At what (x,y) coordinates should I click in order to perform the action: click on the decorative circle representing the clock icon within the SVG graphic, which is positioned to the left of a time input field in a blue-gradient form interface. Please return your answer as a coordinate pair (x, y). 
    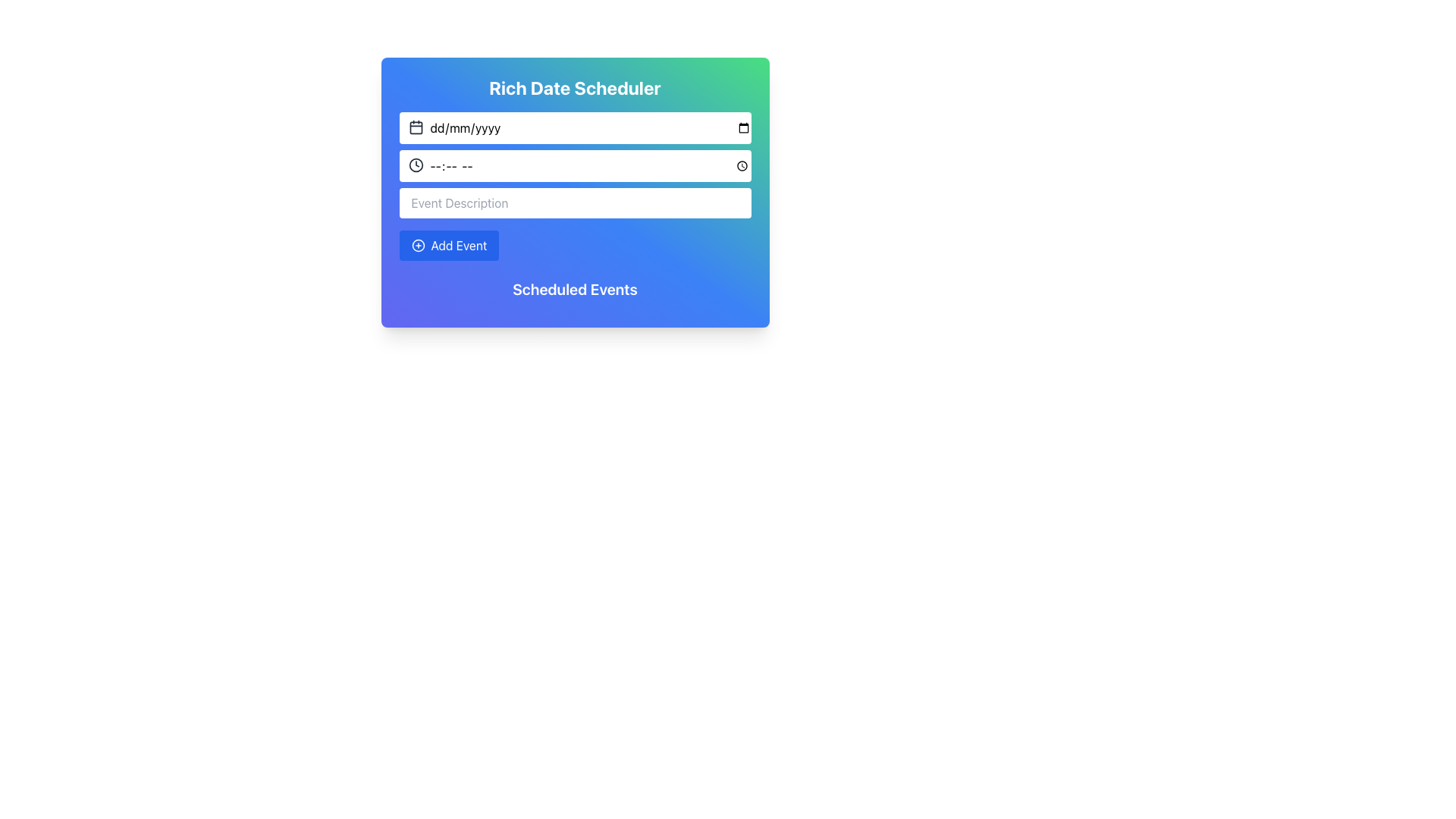
    Looking at the image, I should click on (416, 165).